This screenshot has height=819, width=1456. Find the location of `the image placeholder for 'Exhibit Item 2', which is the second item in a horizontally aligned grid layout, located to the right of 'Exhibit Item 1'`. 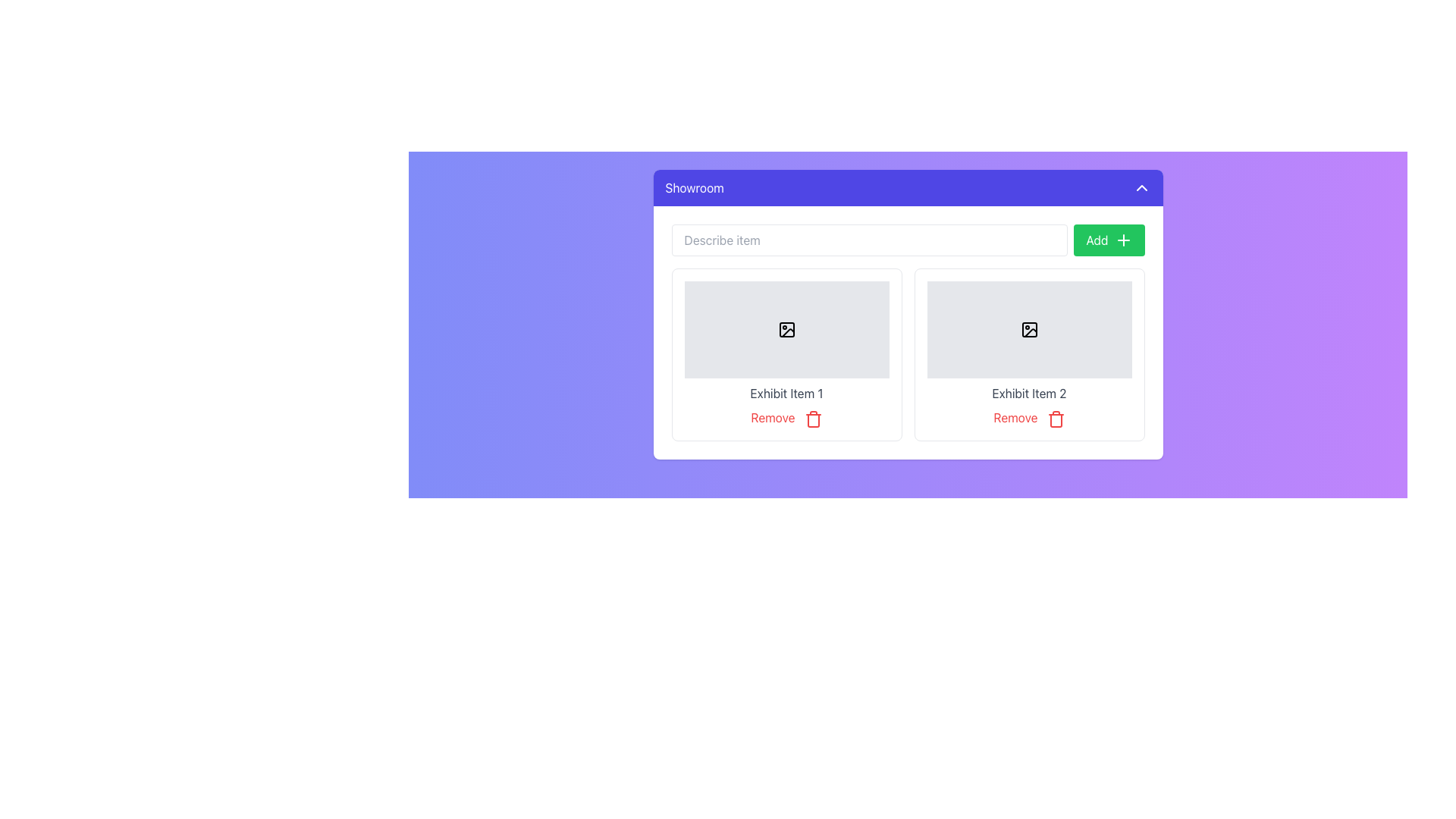

the image placeholder for 'Exhibit Item 2', which is the second item in a horizontally aligned grid layout, located to the right of 'Exhibit Item 1' is located at coordinates (1029, 329).